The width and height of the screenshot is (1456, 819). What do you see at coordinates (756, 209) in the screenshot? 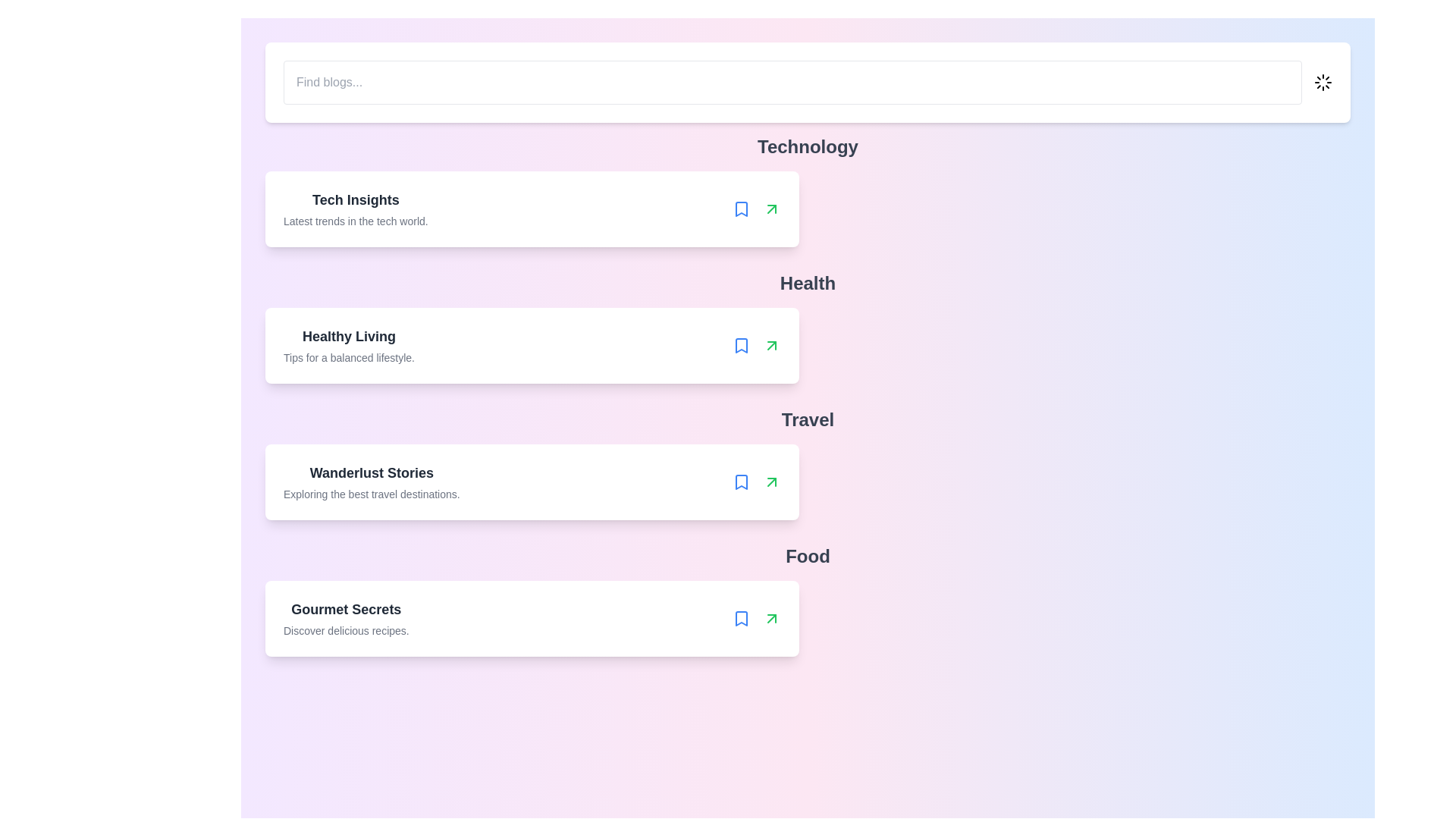
I see `the bookmark icon in the 'Tech Insights' card under the 'Technology' section` at bounding box center [756, 209].